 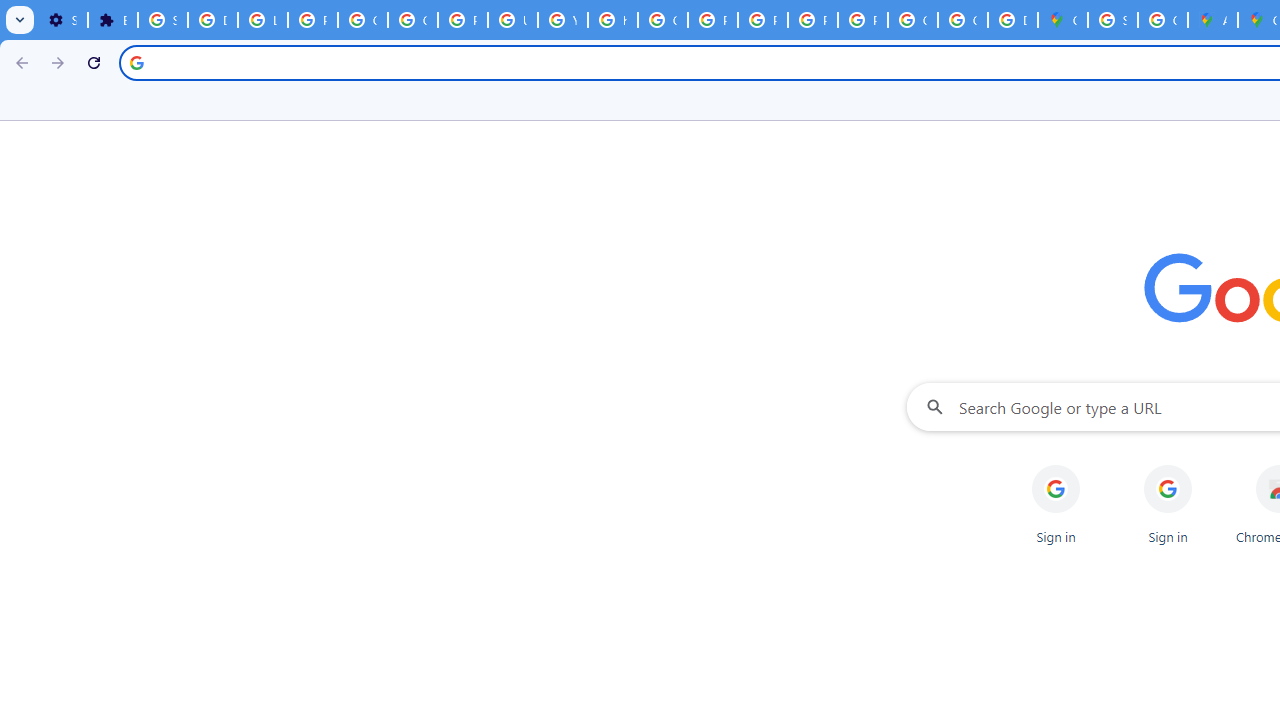 What do you see at coordinates (712, 20) in the screenshot?
I see `'Privacy Help Center - Policies Help'` at bounding box center [712, 20].